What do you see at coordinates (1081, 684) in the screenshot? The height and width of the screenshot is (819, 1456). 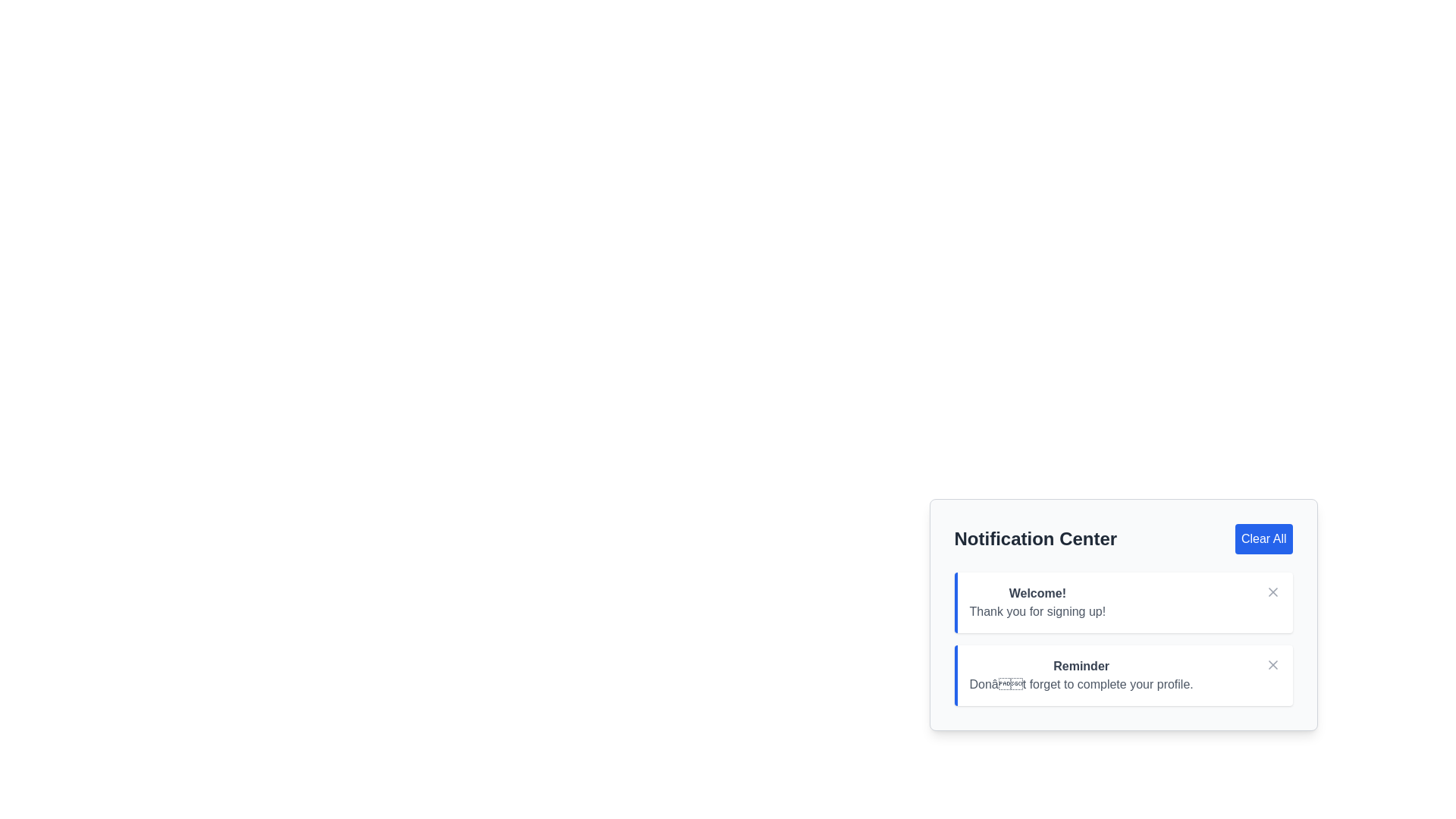 I see `the text element that reads 'Don’t forget to complete your profile.' located under the 'Reminder' label in the notification card` at bounding box center [1081, 684].